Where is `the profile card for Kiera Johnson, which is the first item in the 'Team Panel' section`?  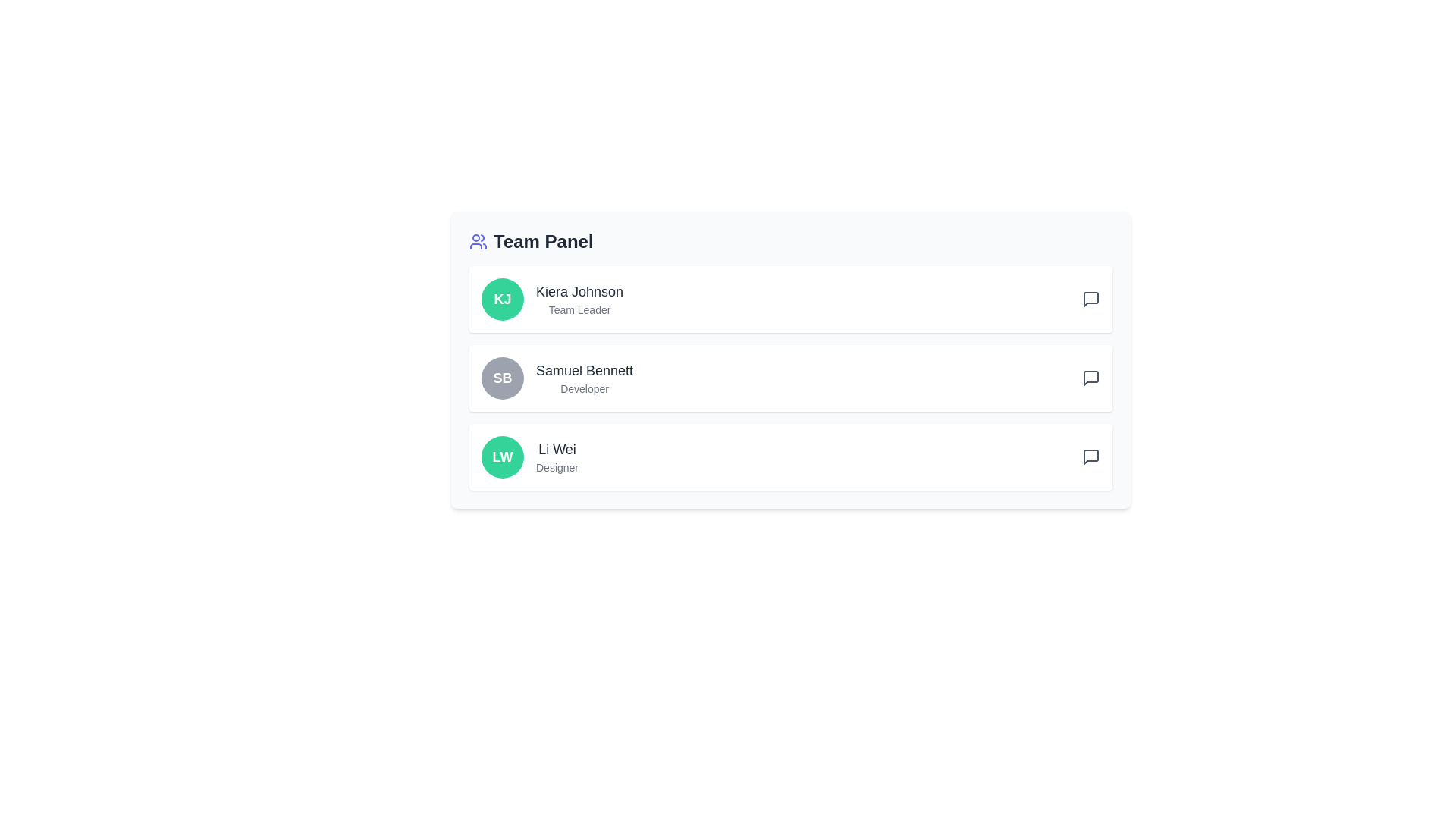 the profile card for Kiera Johnson, which is the first item in the 'Team Panel' section is located at coordinates (789, 299).